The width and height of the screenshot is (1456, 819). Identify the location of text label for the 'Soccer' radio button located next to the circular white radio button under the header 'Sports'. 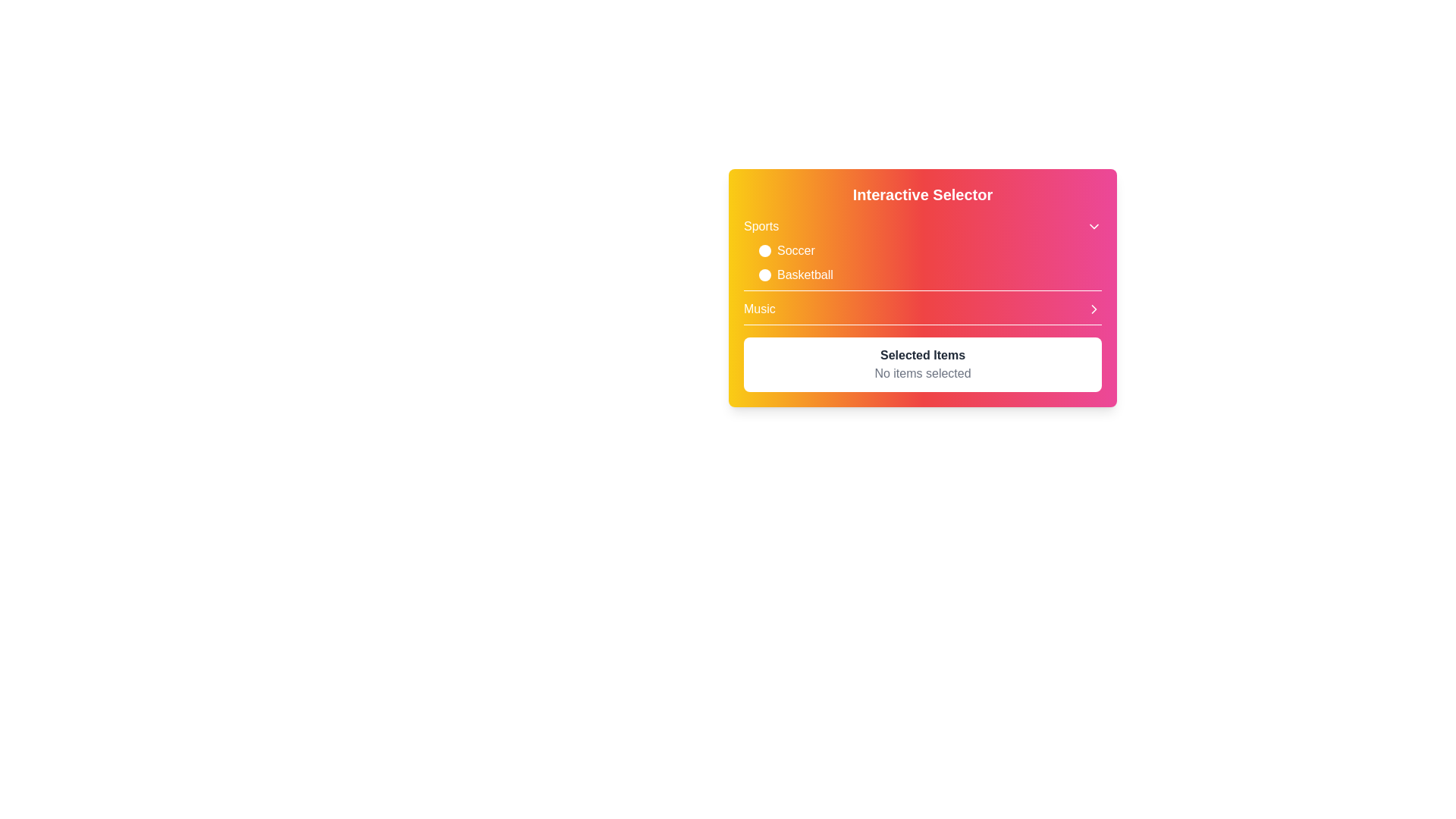
(795, 250).